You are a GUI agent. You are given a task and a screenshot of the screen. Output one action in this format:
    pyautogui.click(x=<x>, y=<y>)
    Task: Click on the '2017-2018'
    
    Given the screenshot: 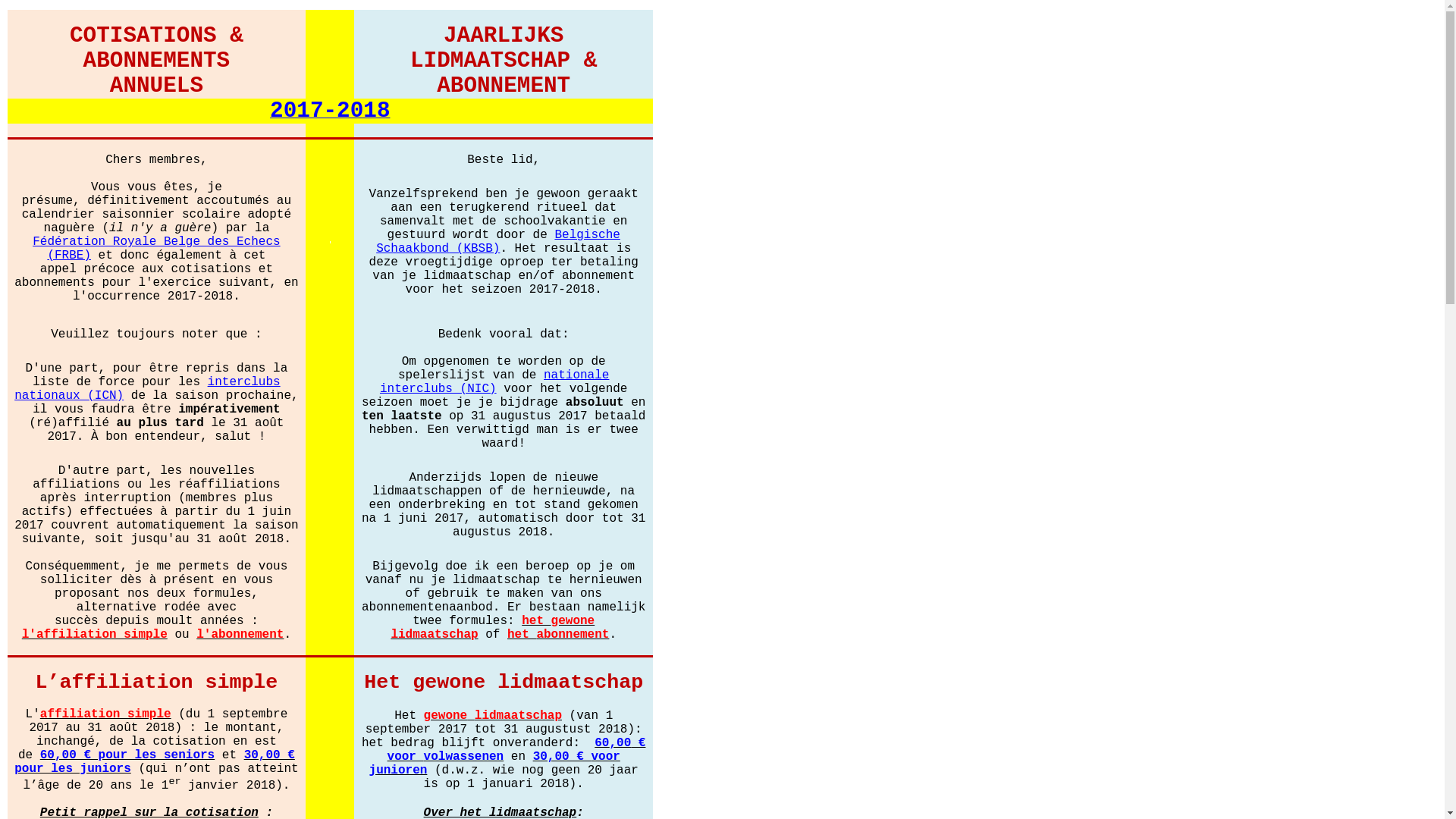 What is the action you would take?
    pyautogui.click(x=269, y=111)
    